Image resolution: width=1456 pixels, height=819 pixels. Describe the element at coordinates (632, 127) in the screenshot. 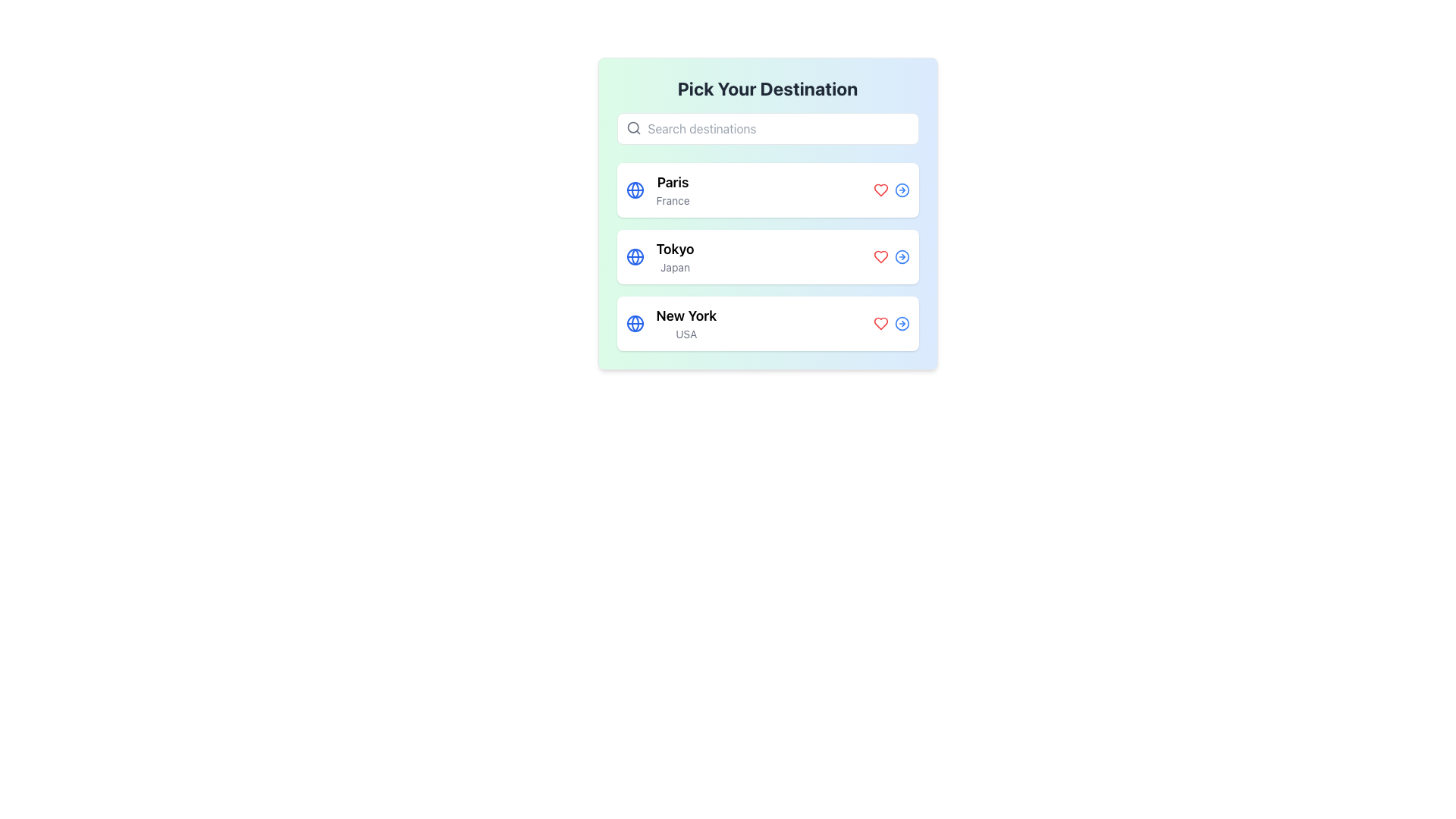

I see `the circular element representing the lens of the magnifying glass in the search icon located in the search bar at the top of the panel` at that location.